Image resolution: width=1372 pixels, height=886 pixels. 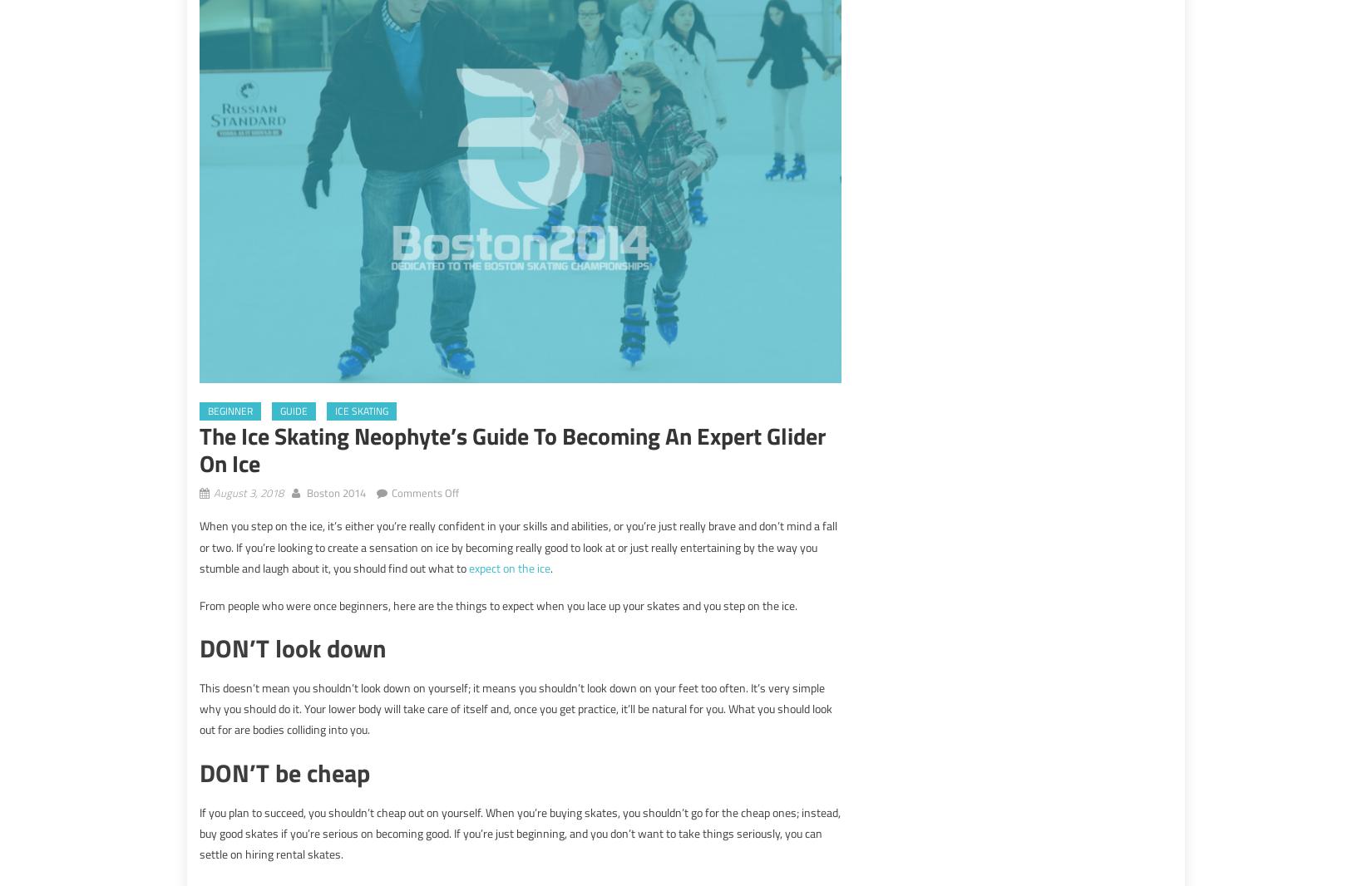 I want to click on 'expect on the ice', so click(x=508, y=566).